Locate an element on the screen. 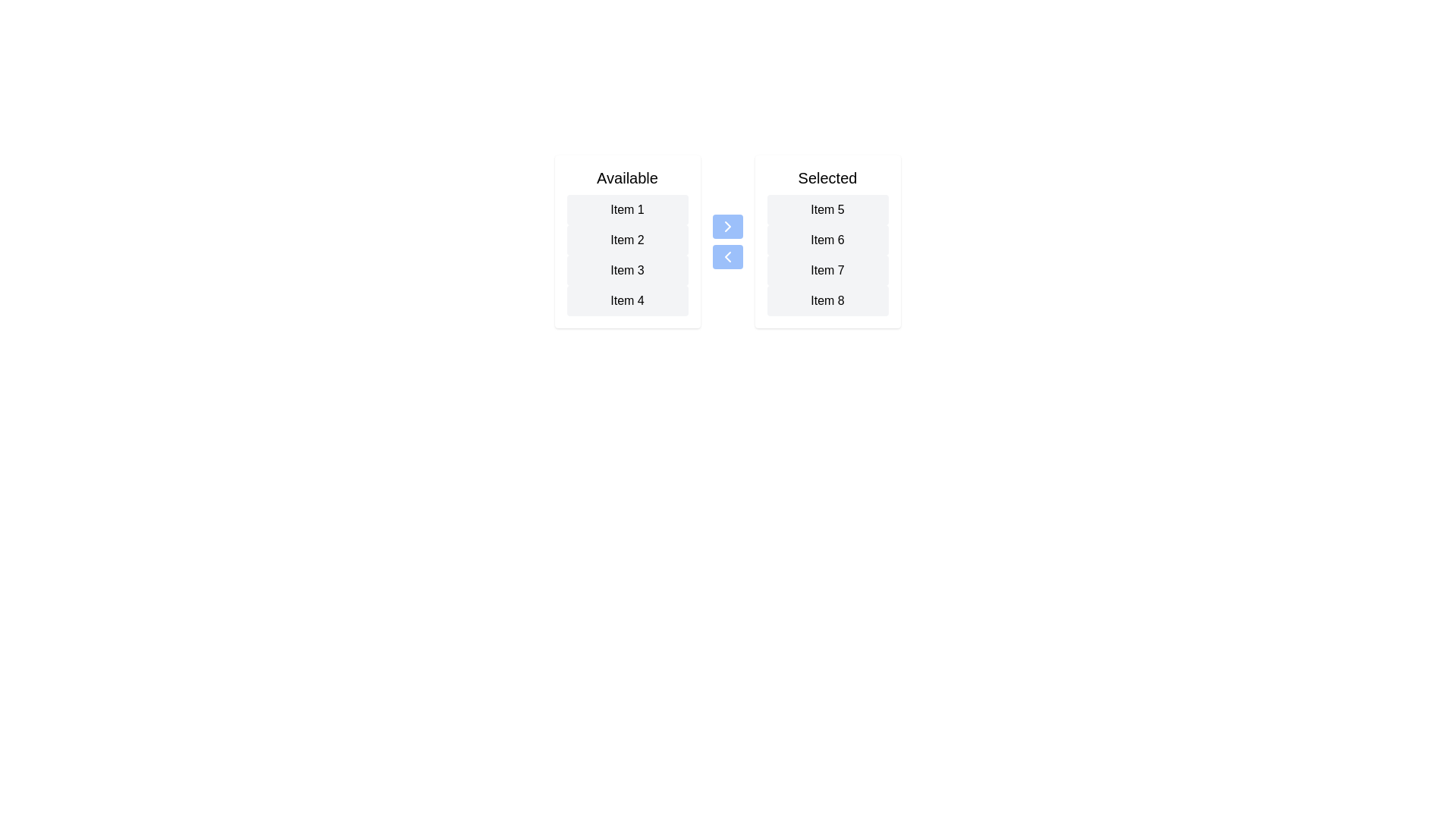  'Item 3' is located at coordinates (627, 254).